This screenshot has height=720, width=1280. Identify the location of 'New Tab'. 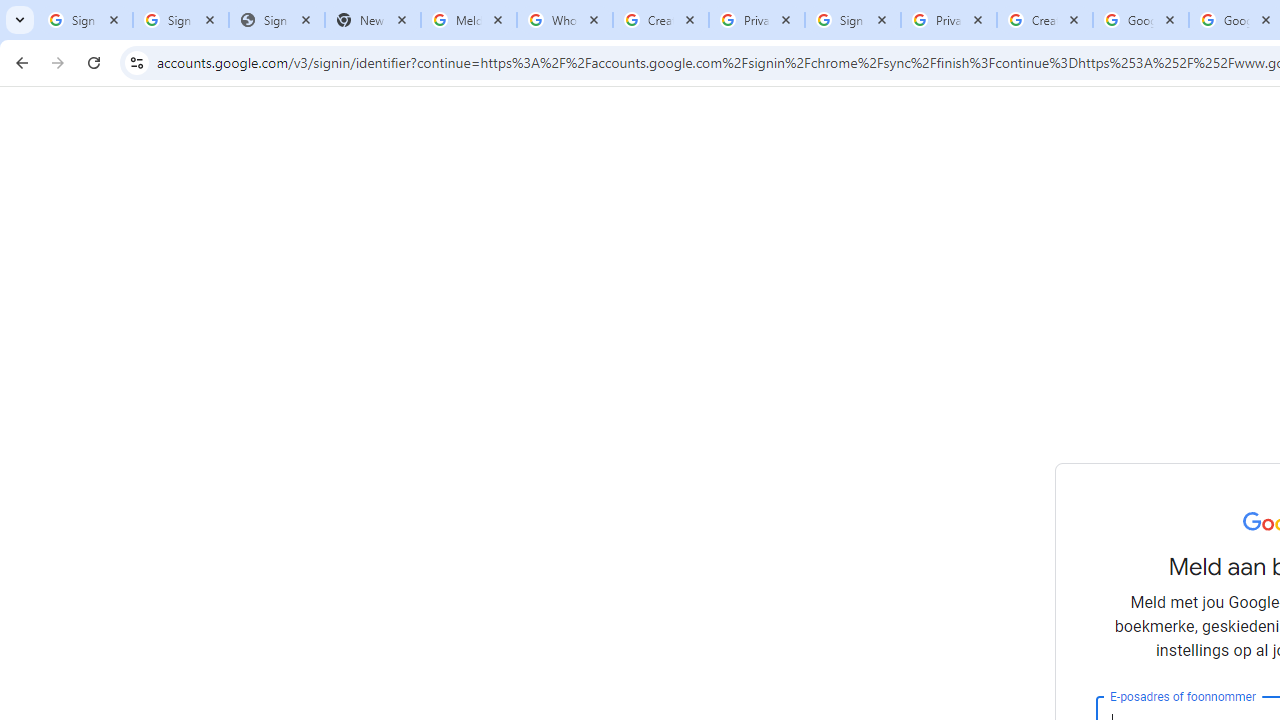
(373, 20).